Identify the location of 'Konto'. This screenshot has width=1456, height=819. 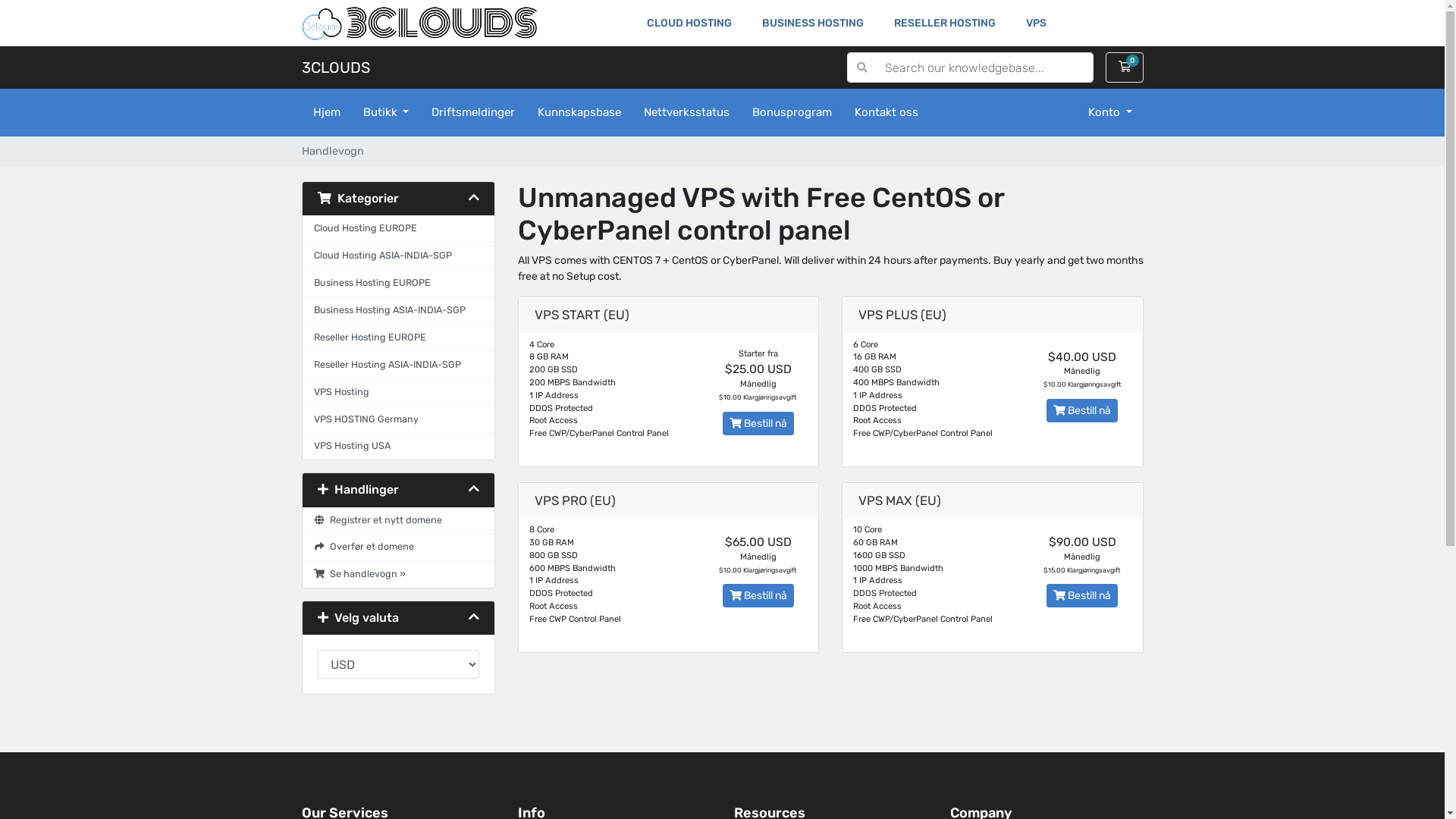
(1110, 111).